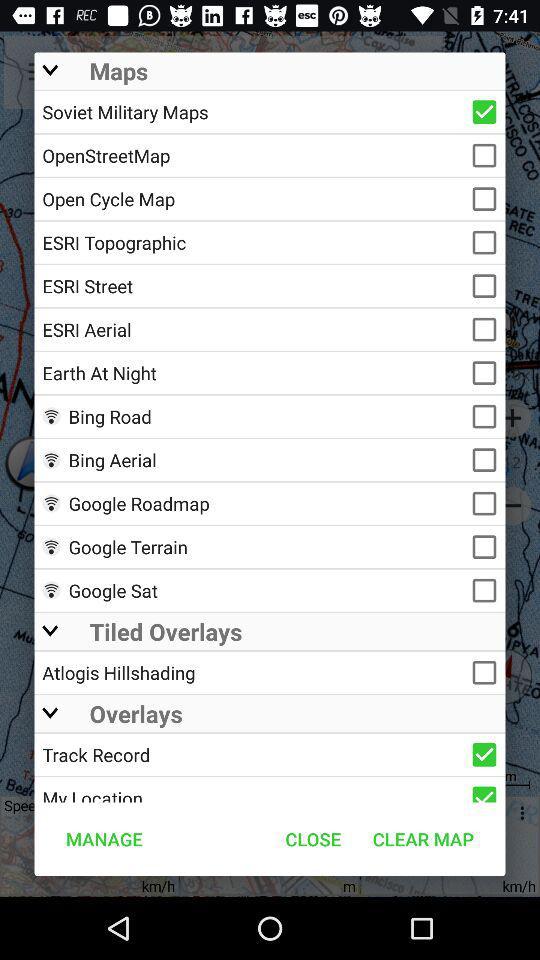 This screenshot has height=960, width=540. Describe the element at coordinates (104, 839) in the screenshot. I see `the manage item` at that location.